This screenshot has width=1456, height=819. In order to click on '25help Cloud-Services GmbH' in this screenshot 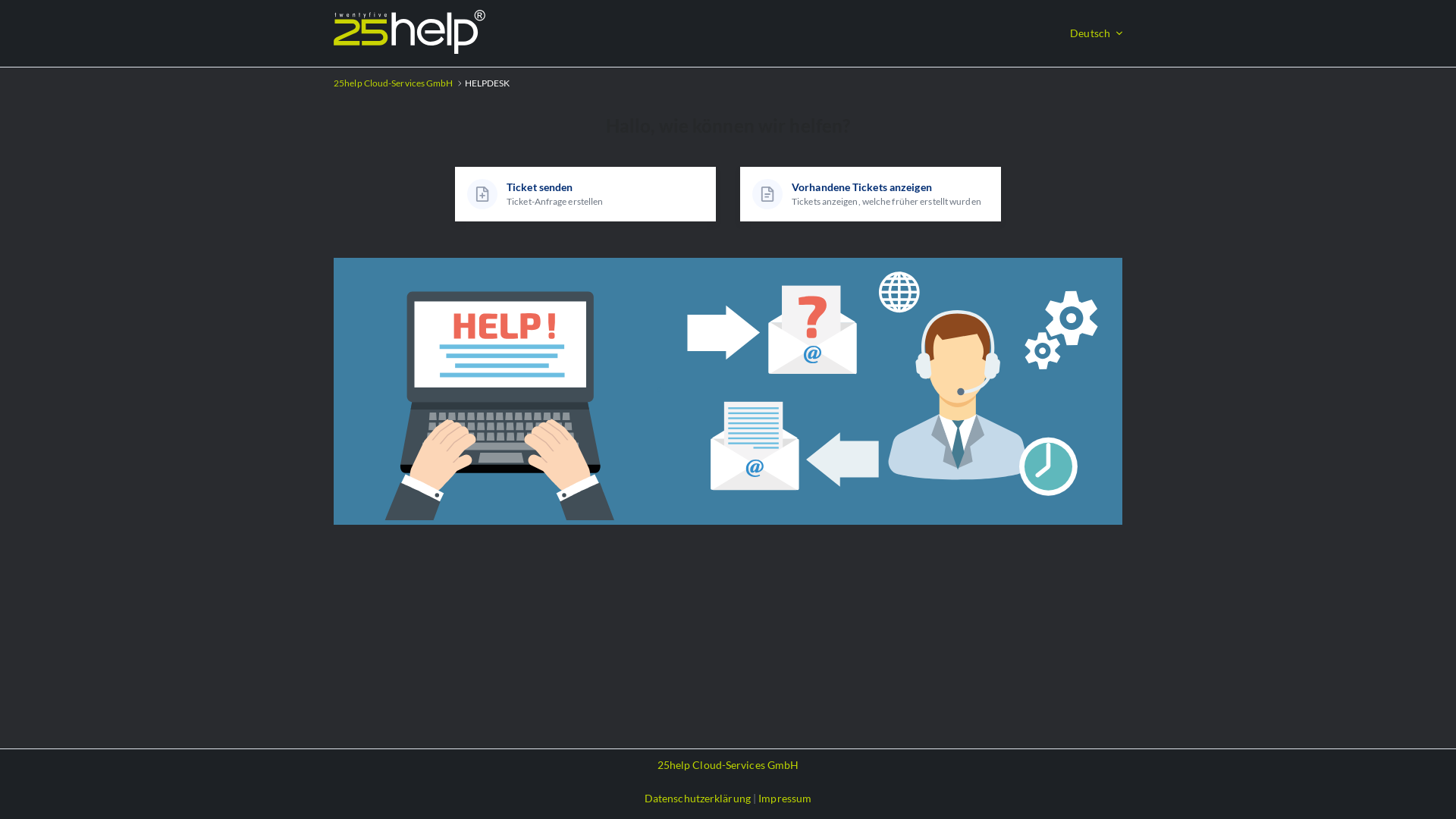, I will do `click(728, 765)`.